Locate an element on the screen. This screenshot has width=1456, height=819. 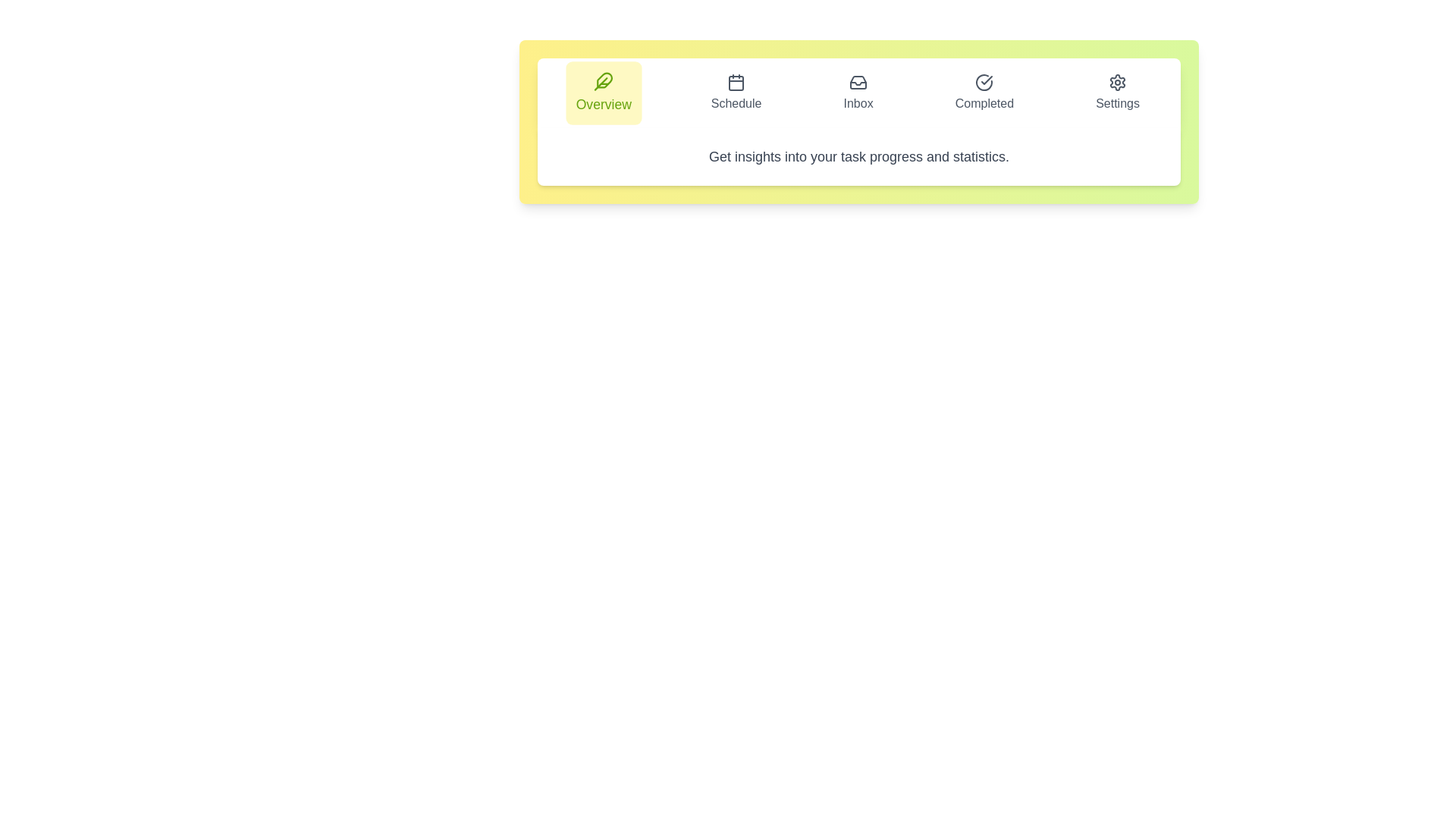
the Completed tab to inspect its layout and design is located at coordinates (984, 93).